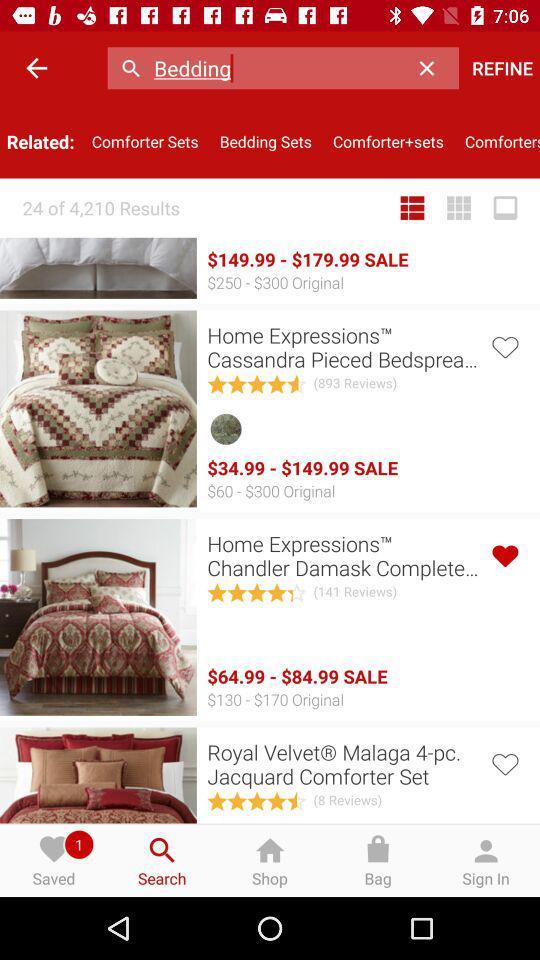 The height and width of the screenshot is (960, 540). Describe the element at coordinates (496, 140) in the screenshot. I see `comforters` at that location.